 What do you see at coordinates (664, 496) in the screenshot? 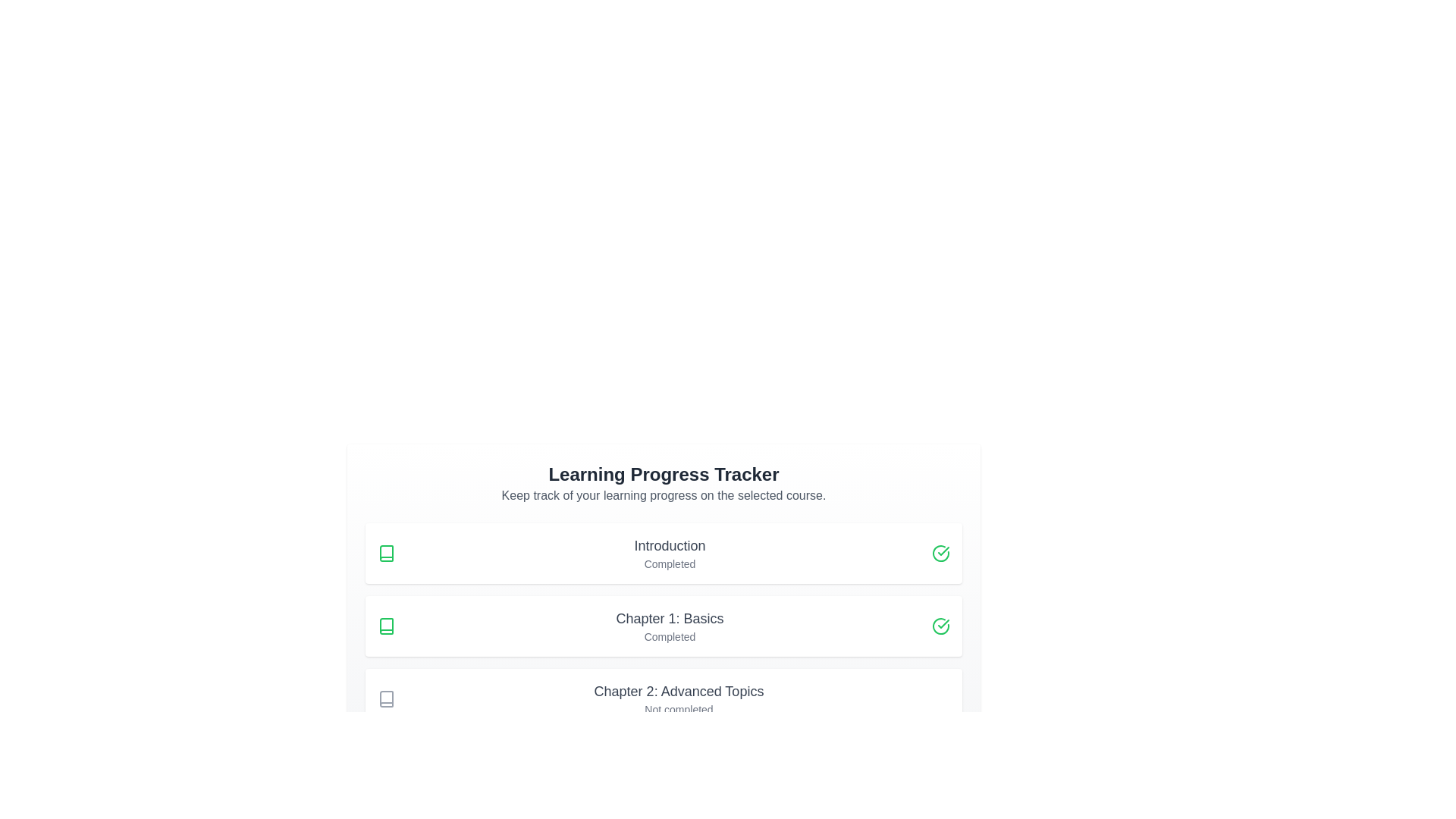
I see `the descriptive subtitle text label for the learning progress tracker feature, which is centrally positioned below the heading 'Learning Progress Tracker'` at bounding box center [664, 496].